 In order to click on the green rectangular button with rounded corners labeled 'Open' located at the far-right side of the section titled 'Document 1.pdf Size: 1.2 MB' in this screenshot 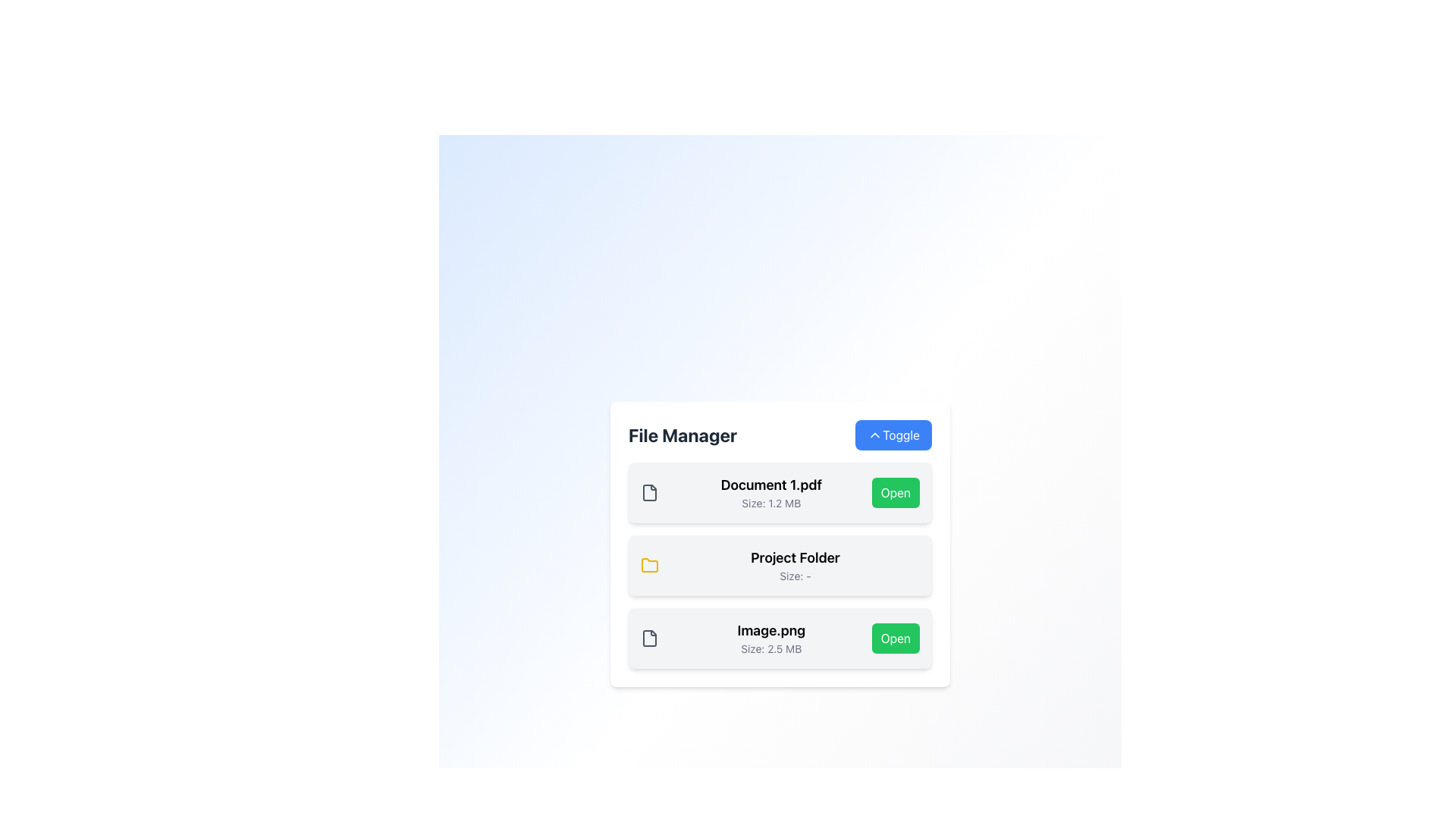, I will do `click(896, 493)`.